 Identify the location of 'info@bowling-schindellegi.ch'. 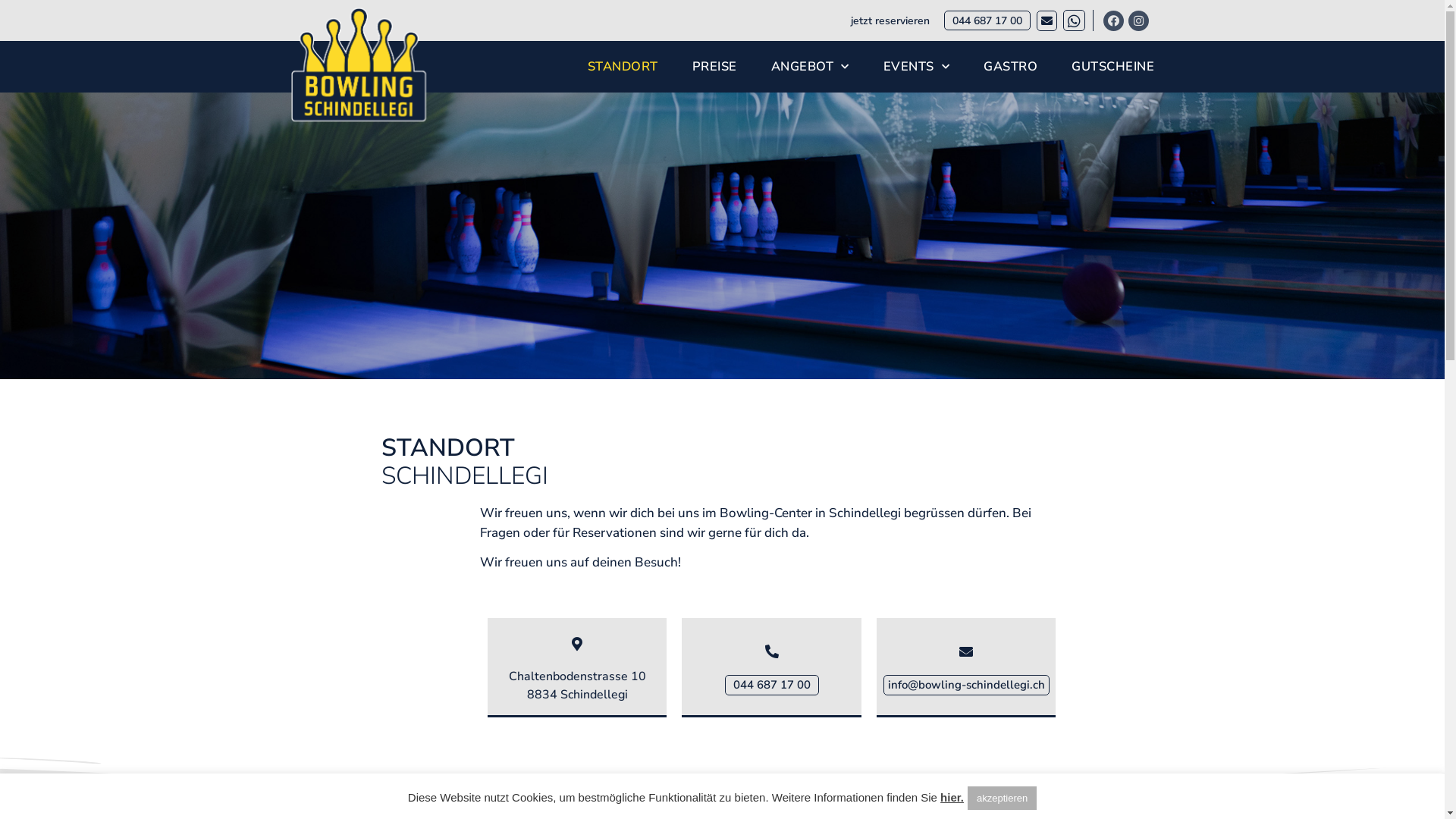
(883, 685).